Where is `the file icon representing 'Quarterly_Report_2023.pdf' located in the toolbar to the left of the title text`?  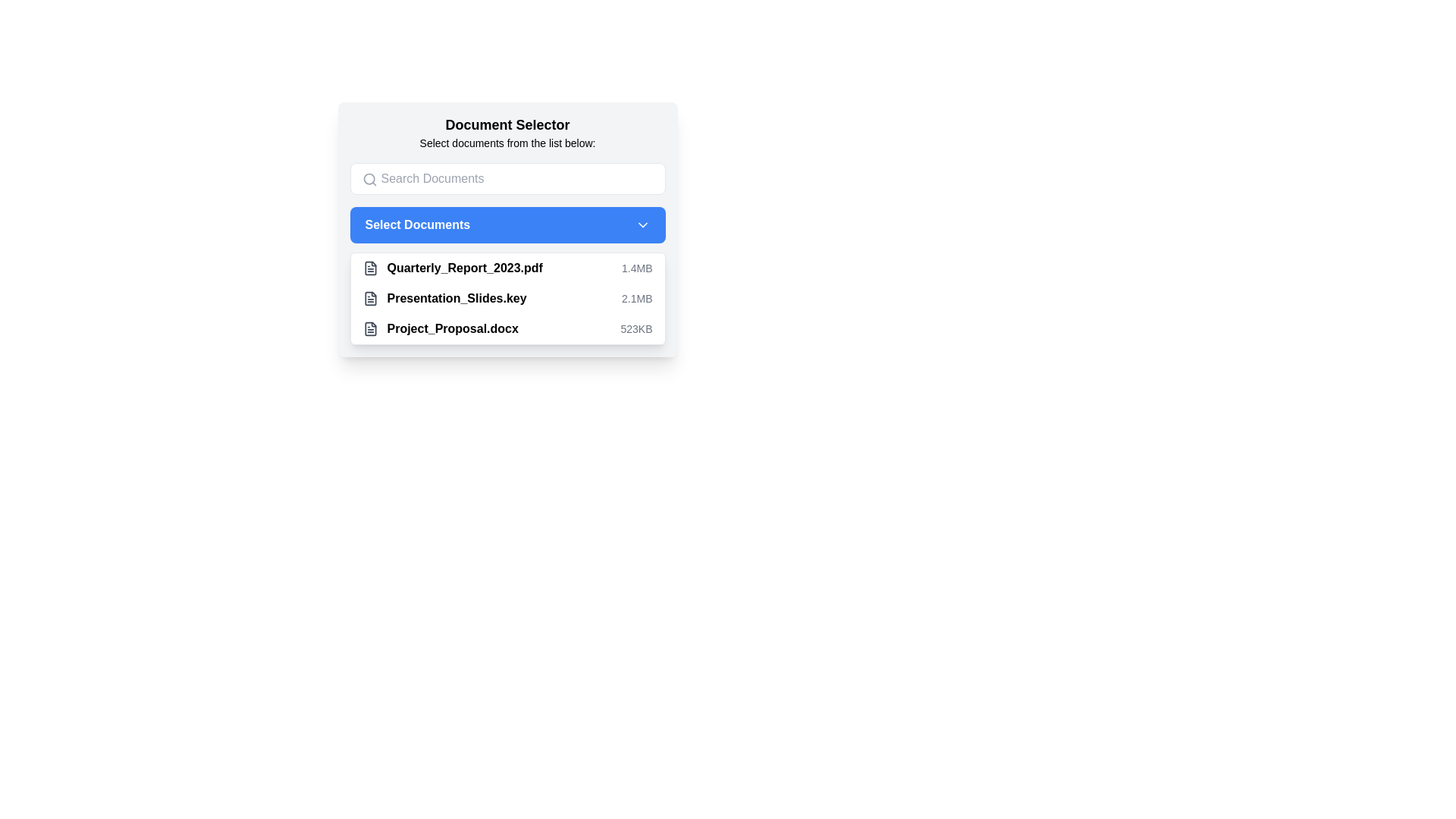
the file icon representing 'Quarterly_Report_2023.pdf' located in the toolbar to the left of the title text is located at coordinates (370, 298).